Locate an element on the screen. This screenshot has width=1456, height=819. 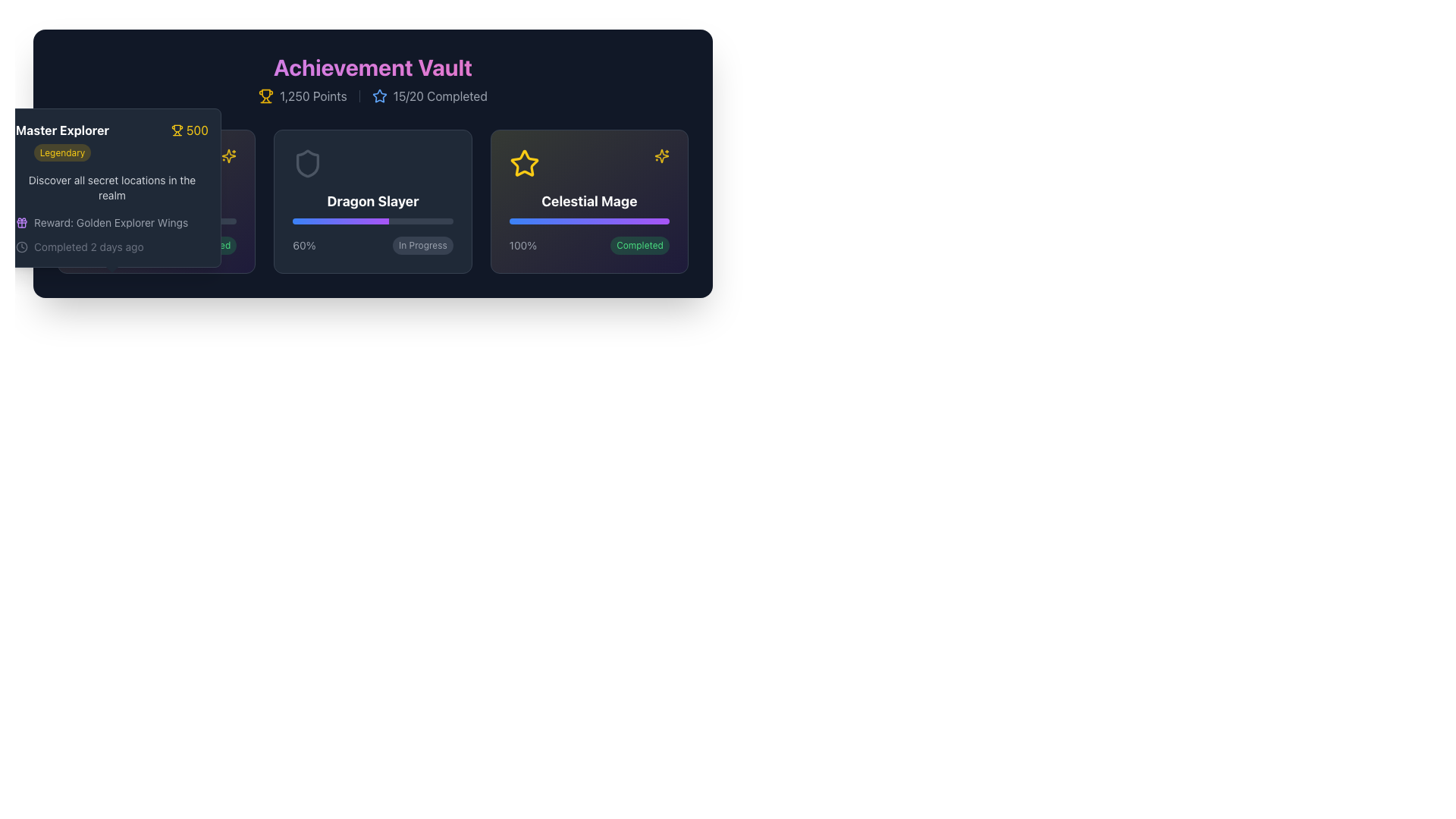
the 'Celestial Mage' card element, which features a dark gradient background, a yellow star icon on the top left, a title in bold white text, and a progress bar labeled 'Completed' is located at coordinates (588, 201).